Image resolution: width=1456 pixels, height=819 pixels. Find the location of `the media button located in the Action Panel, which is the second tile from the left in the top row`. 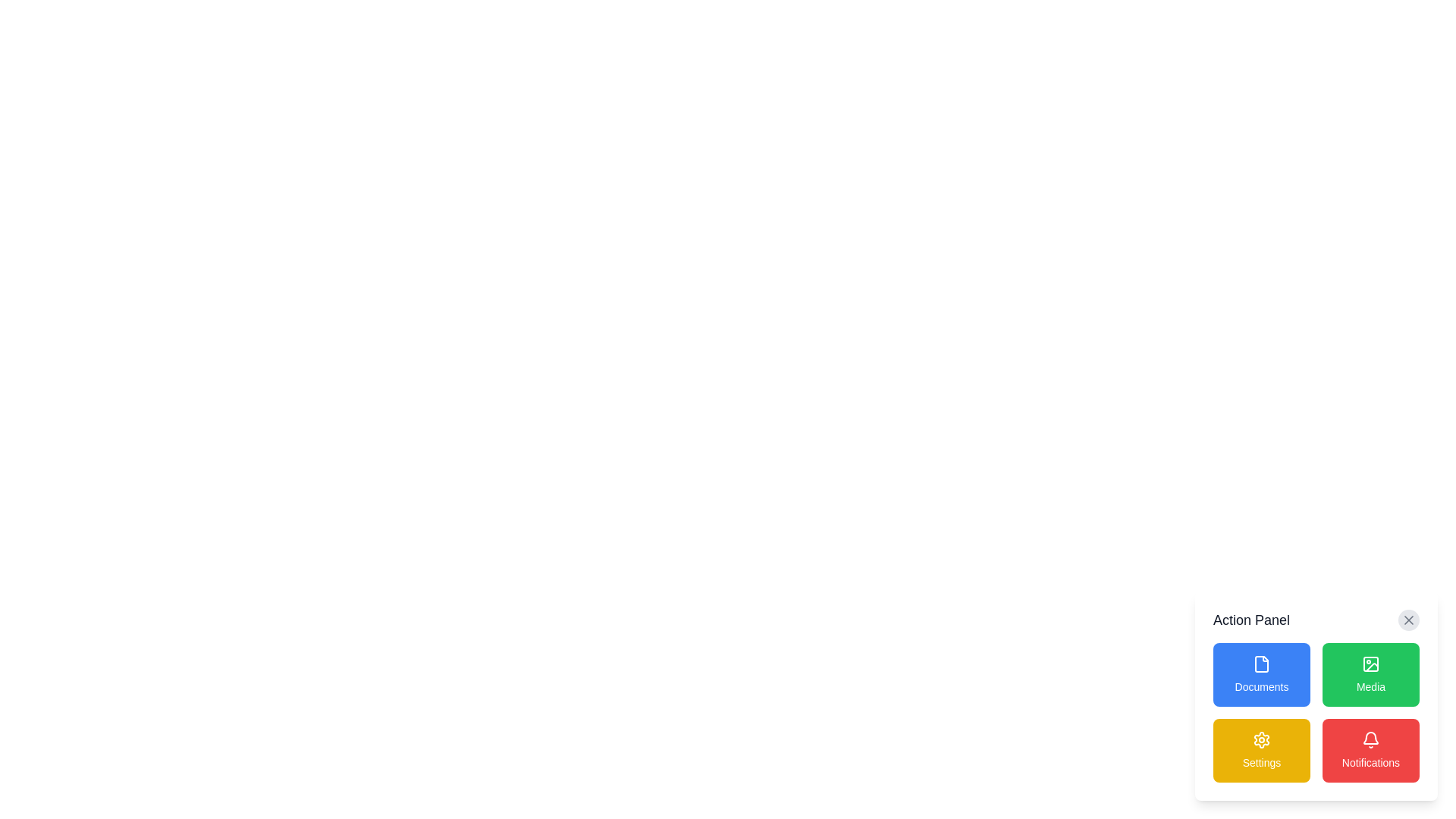

the media button located in the Action Panel, which is the second tile from the left in the top row is located at coordinates (1371, 674).